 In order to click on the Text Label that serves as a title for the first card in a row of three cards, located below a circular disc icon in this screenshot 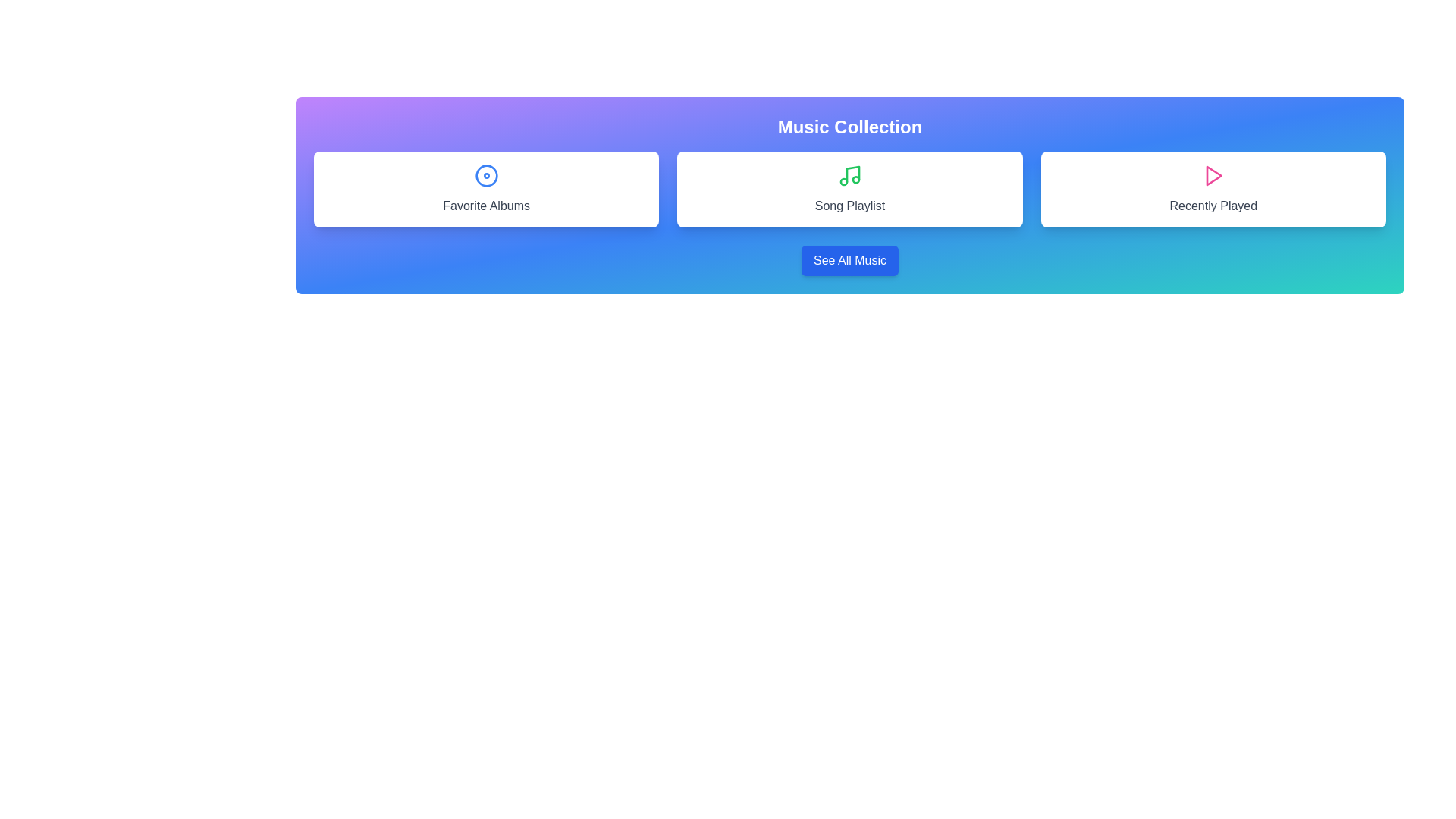, I will do `click(486, 206)`.